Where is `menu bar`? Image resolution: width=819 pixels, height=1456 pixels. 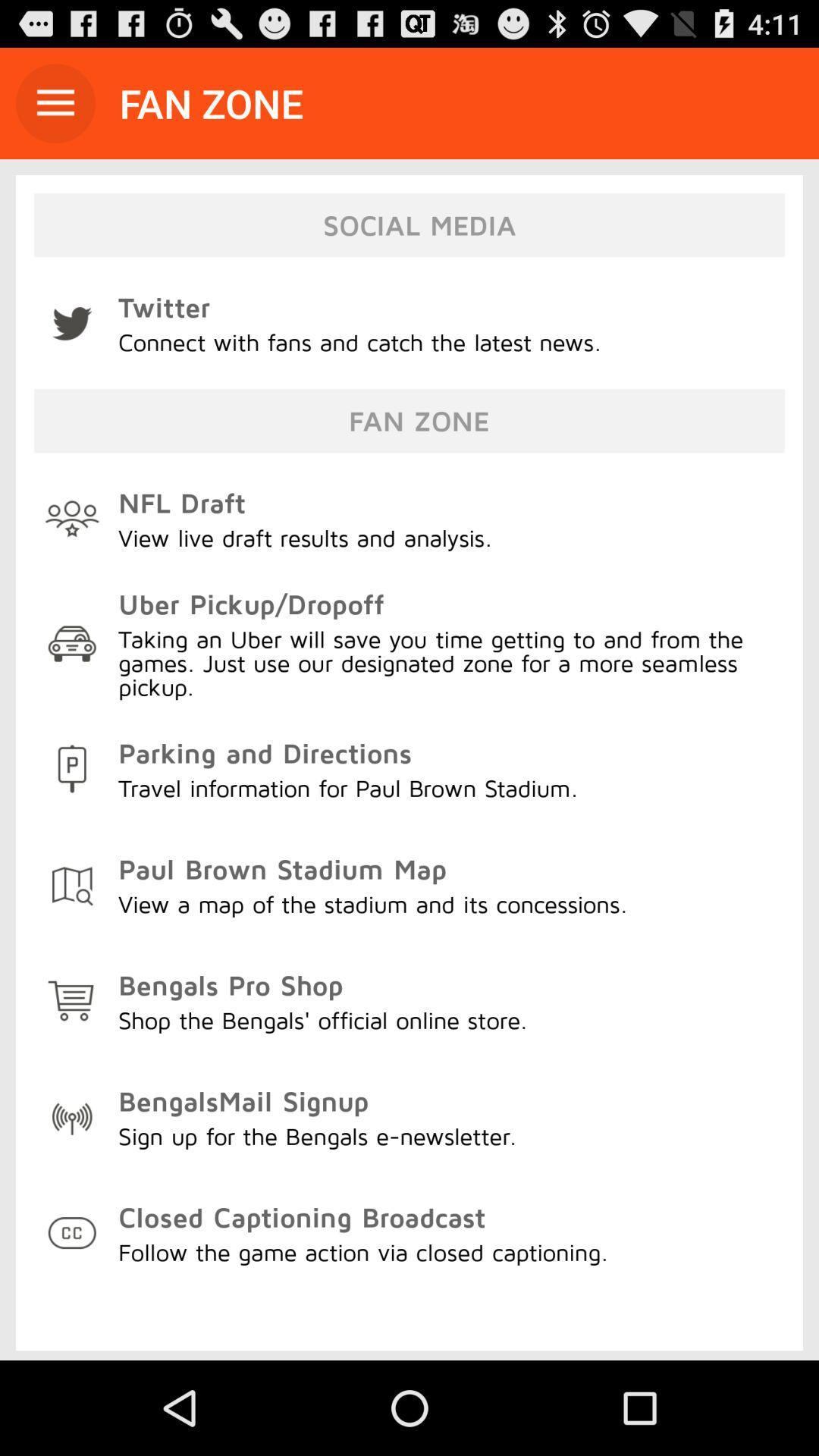 menu bar is located at coordinates (55, 102).